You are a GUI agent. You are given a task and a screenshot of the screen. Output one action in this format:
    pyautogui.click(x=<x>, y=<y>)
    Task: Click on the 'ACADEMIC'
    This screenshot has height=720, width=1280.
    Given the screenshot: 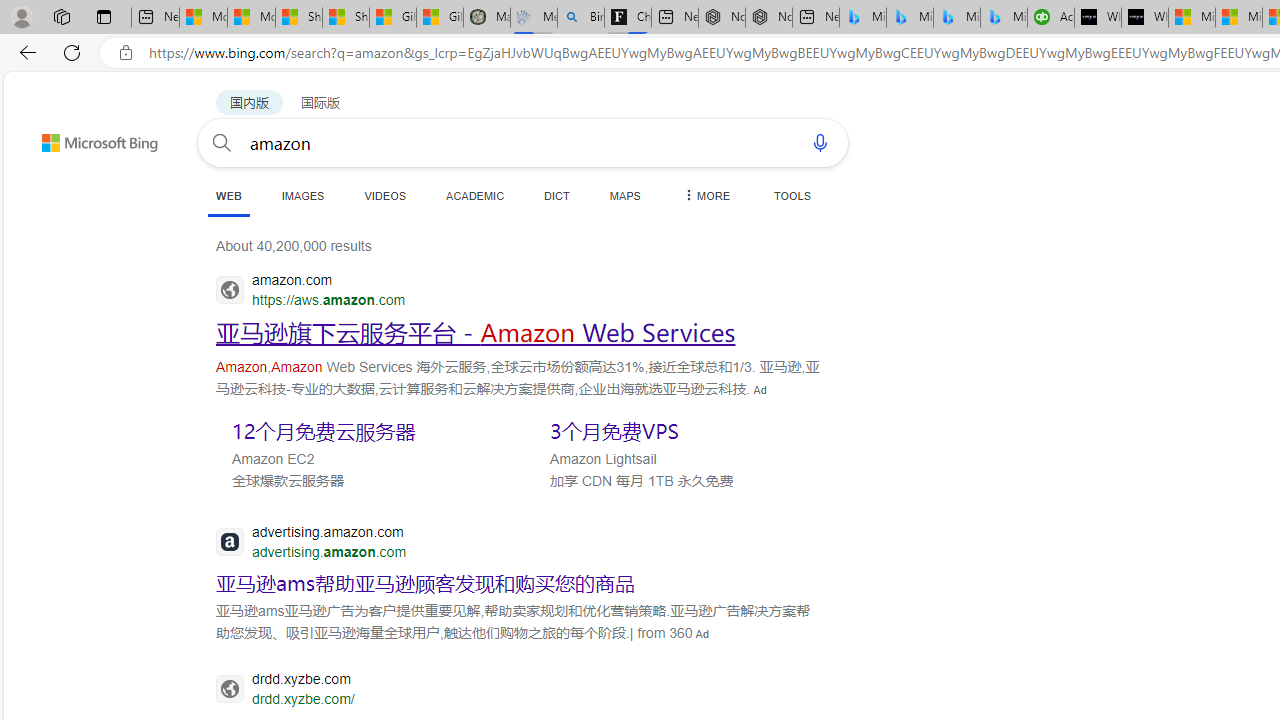 What is the action you would take?
    pyautogui.click(x=474, y=195)
    